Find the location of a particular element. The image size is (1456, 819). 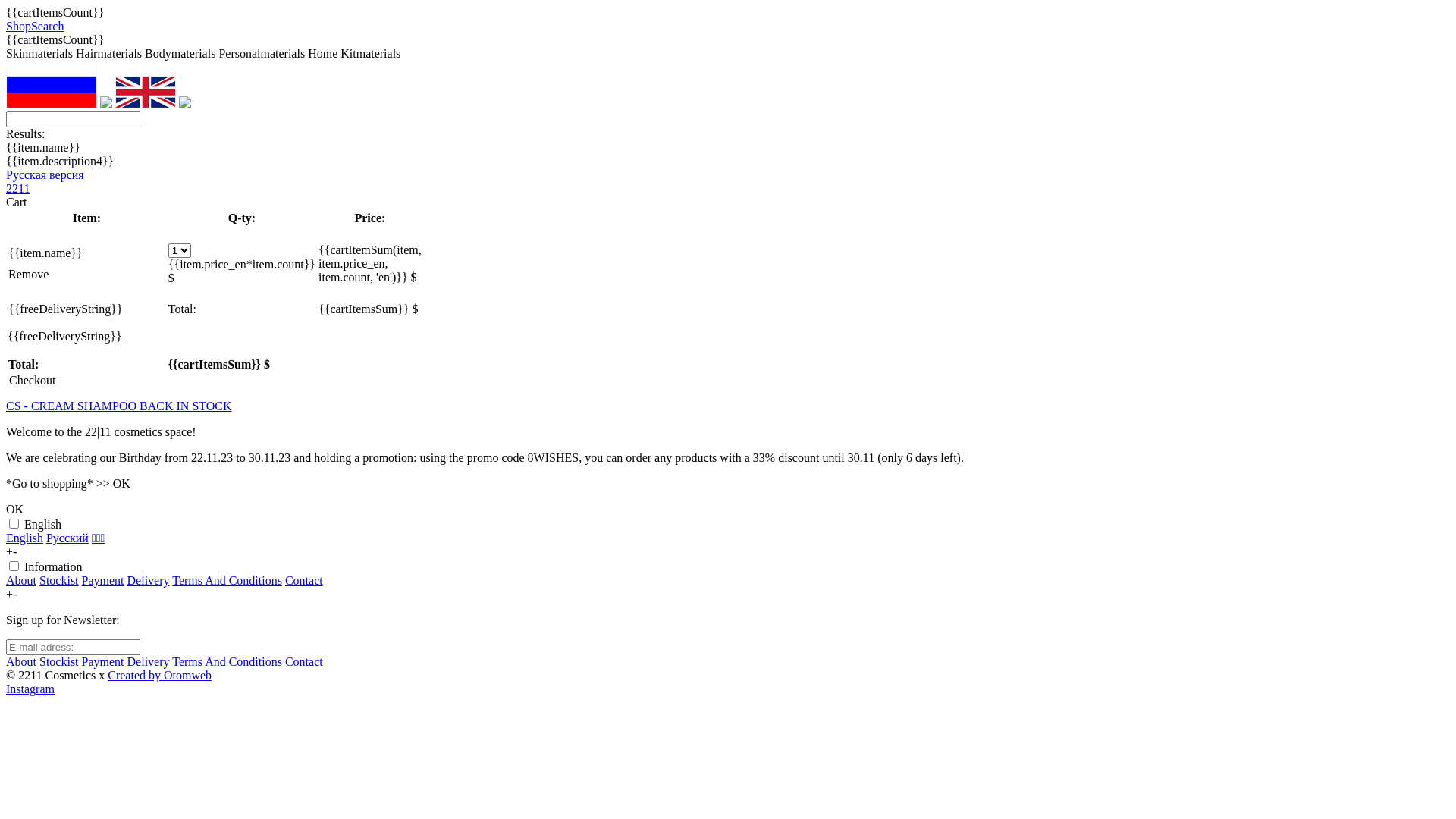

'Payment' is located at coordinates (102, 661).